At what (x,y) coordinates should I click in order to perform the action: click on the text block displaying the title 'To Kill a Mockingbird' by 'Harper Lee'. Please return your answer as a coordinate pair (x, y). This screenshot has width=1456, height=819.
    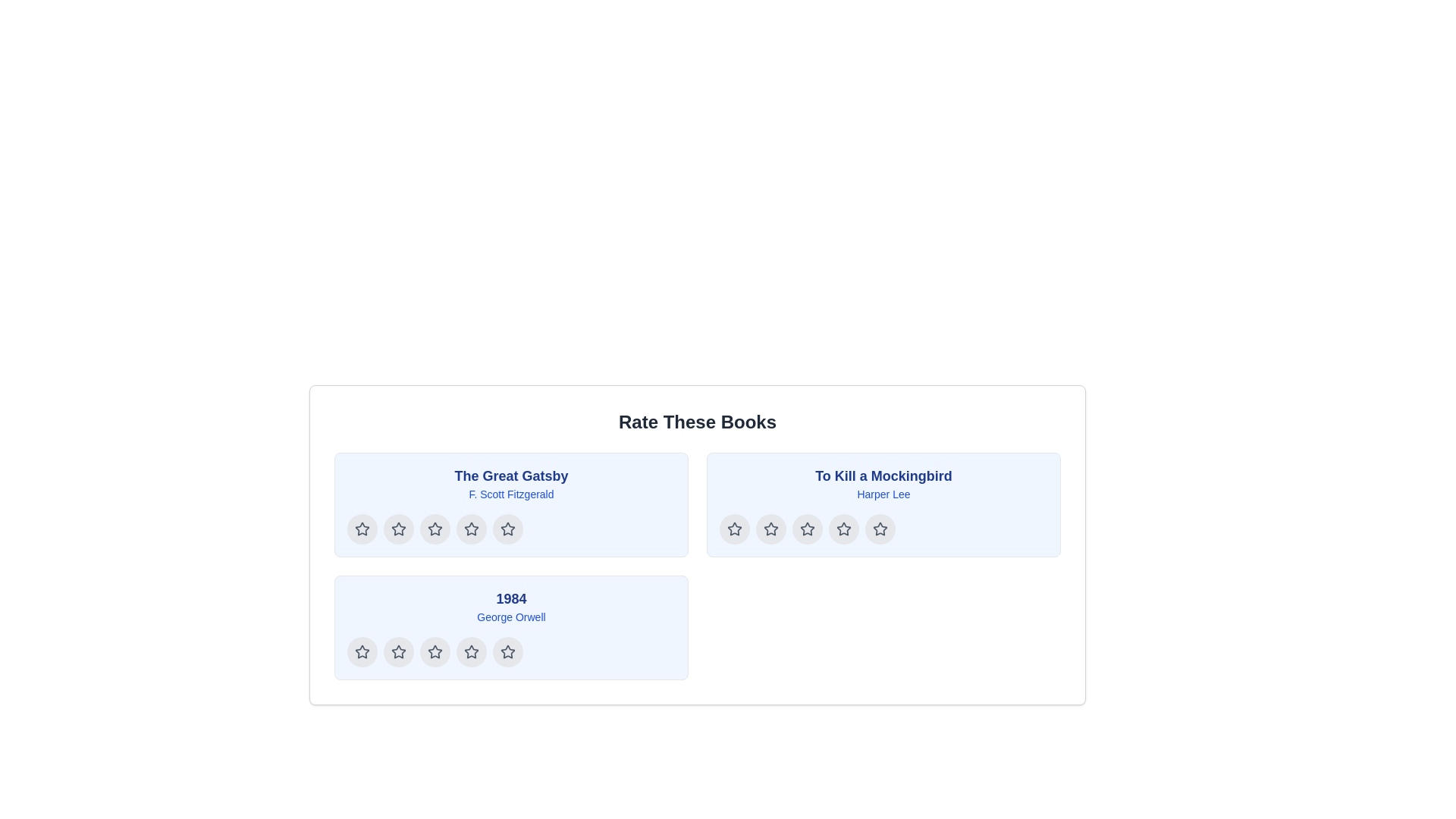
    Looking at the image, I should click on (883, 483).